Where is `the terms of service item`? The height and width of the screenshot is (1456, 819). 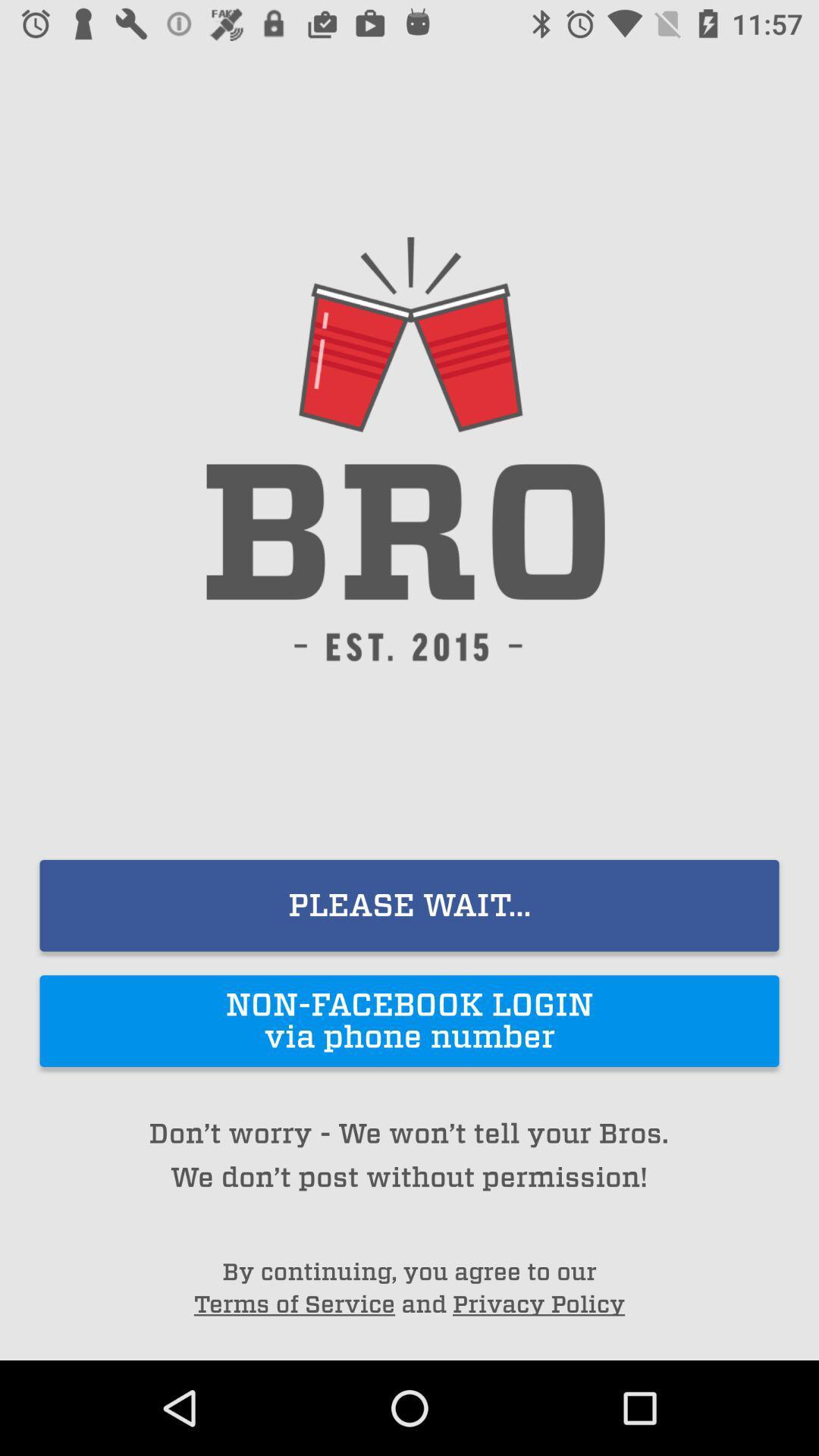 the terms of service item is located at coordinates (294, 1304).